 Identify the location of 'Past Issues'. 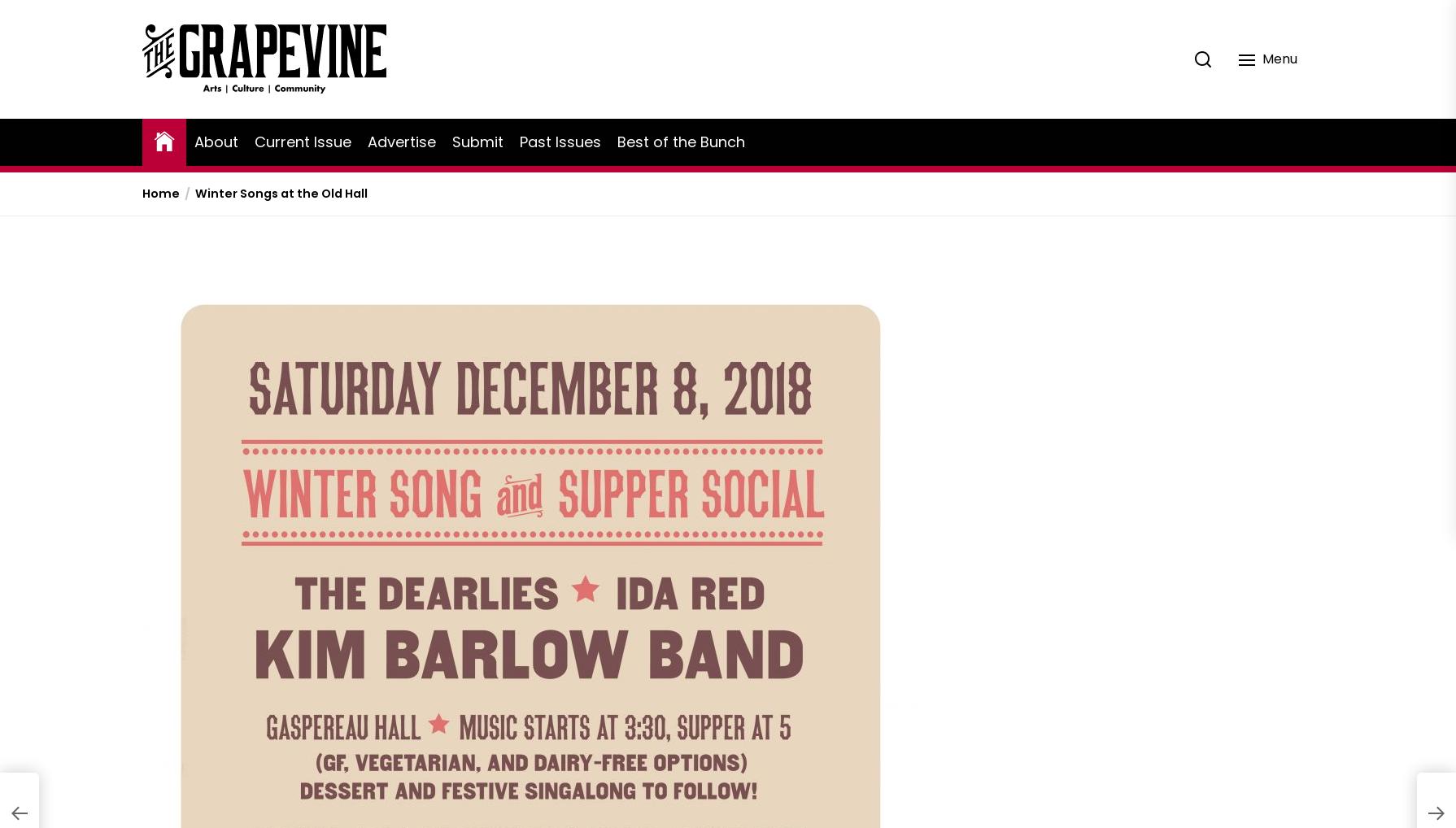
(559, 141).